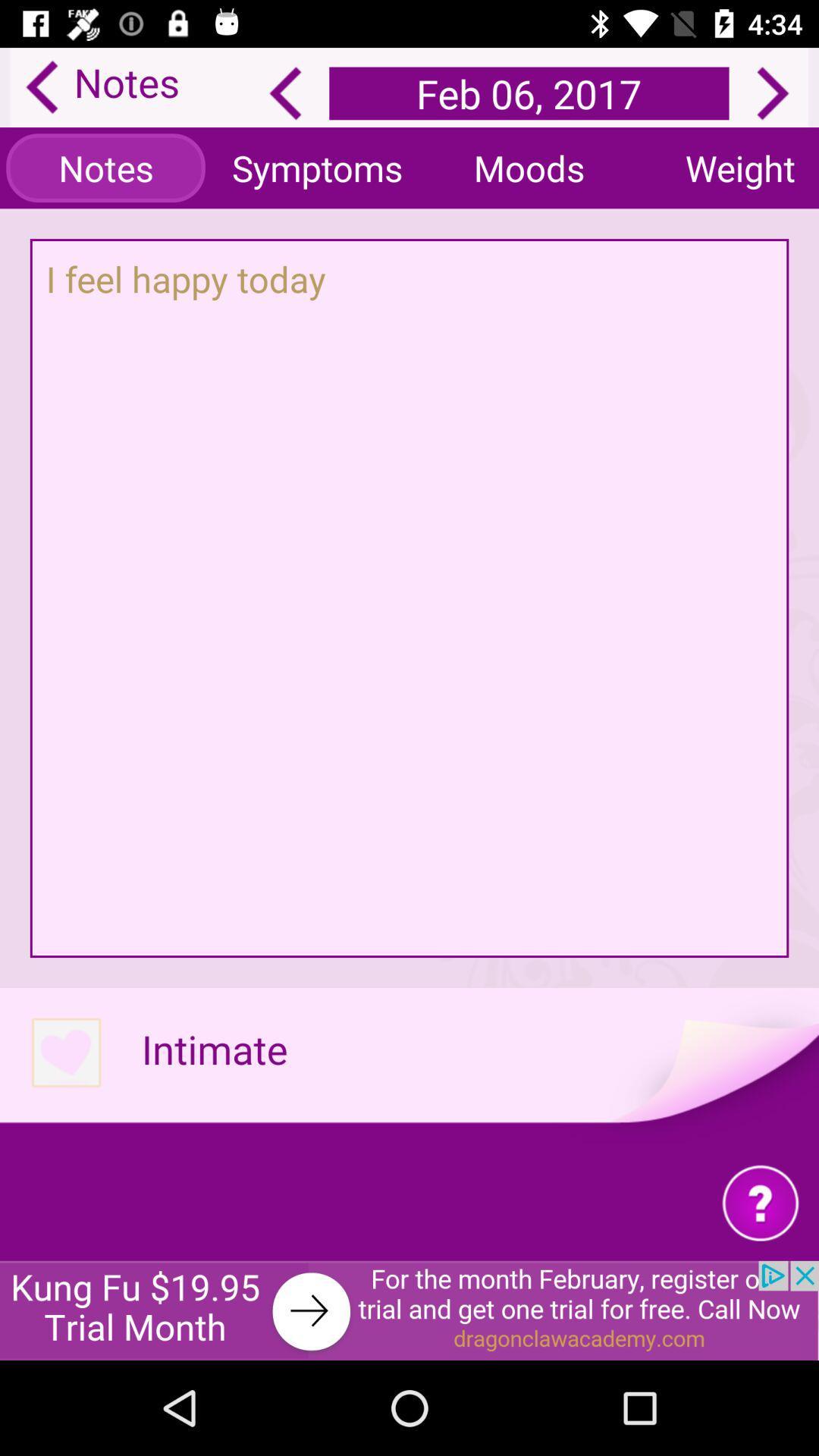 This screenshot has height=1456, width=819. I want to click on next page, so click(773, 93).